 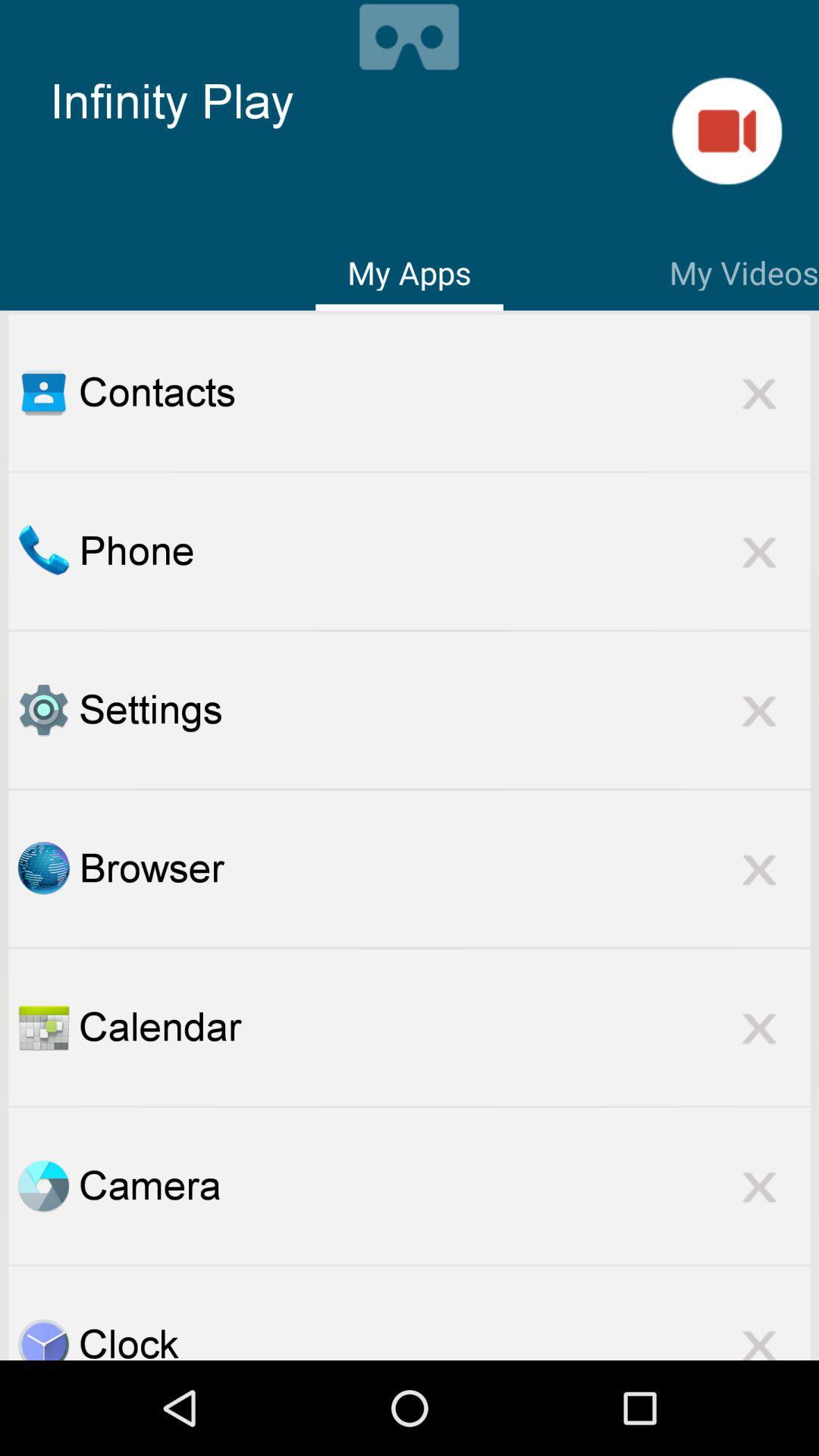 What do you see at coordinates (743, 270) in the screenshot?
I see `item to the right of my apps icon` at bounding box center [743, 270].